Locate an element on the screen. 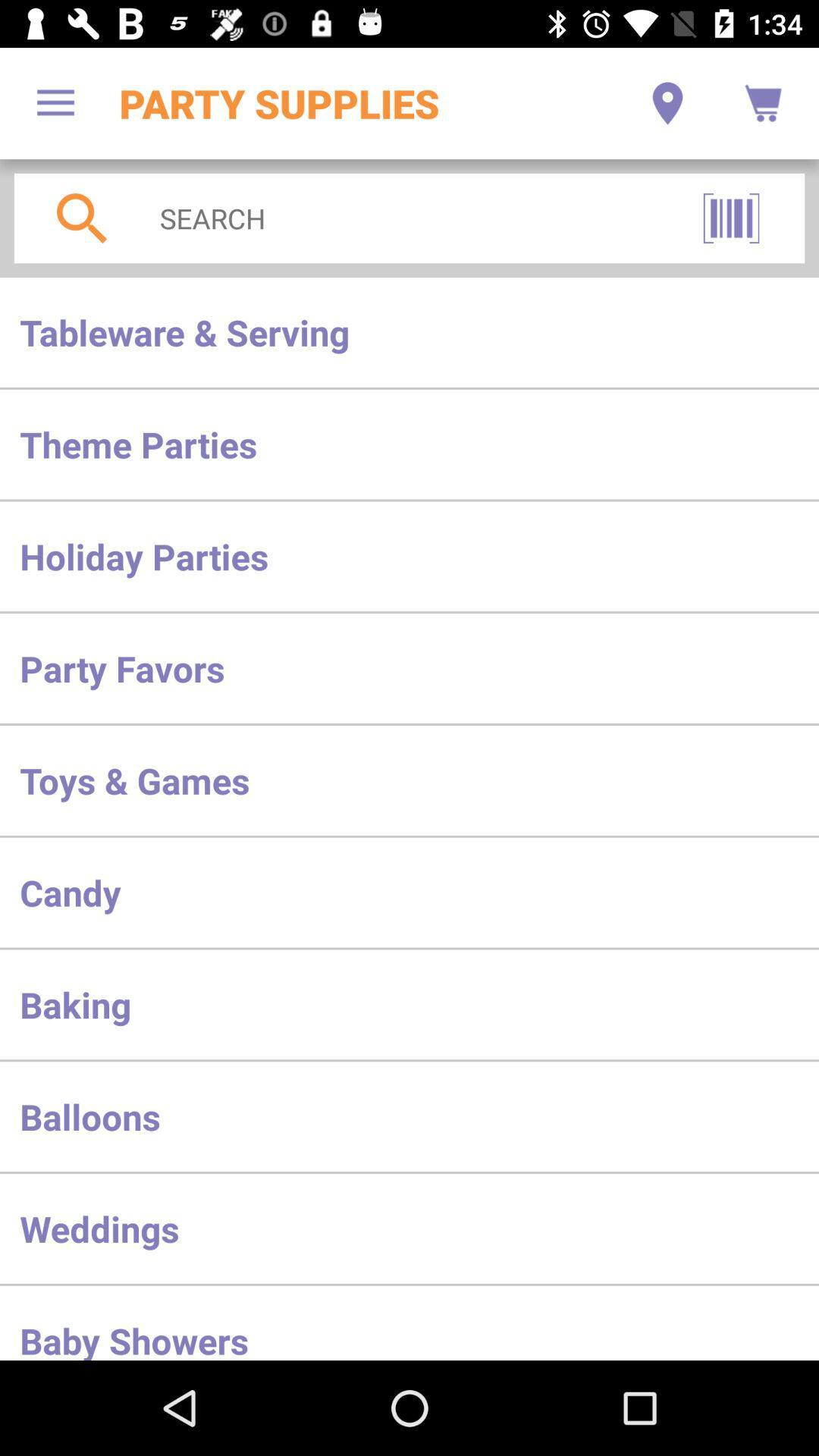  the party favors item is located at coordinates (409, 667).